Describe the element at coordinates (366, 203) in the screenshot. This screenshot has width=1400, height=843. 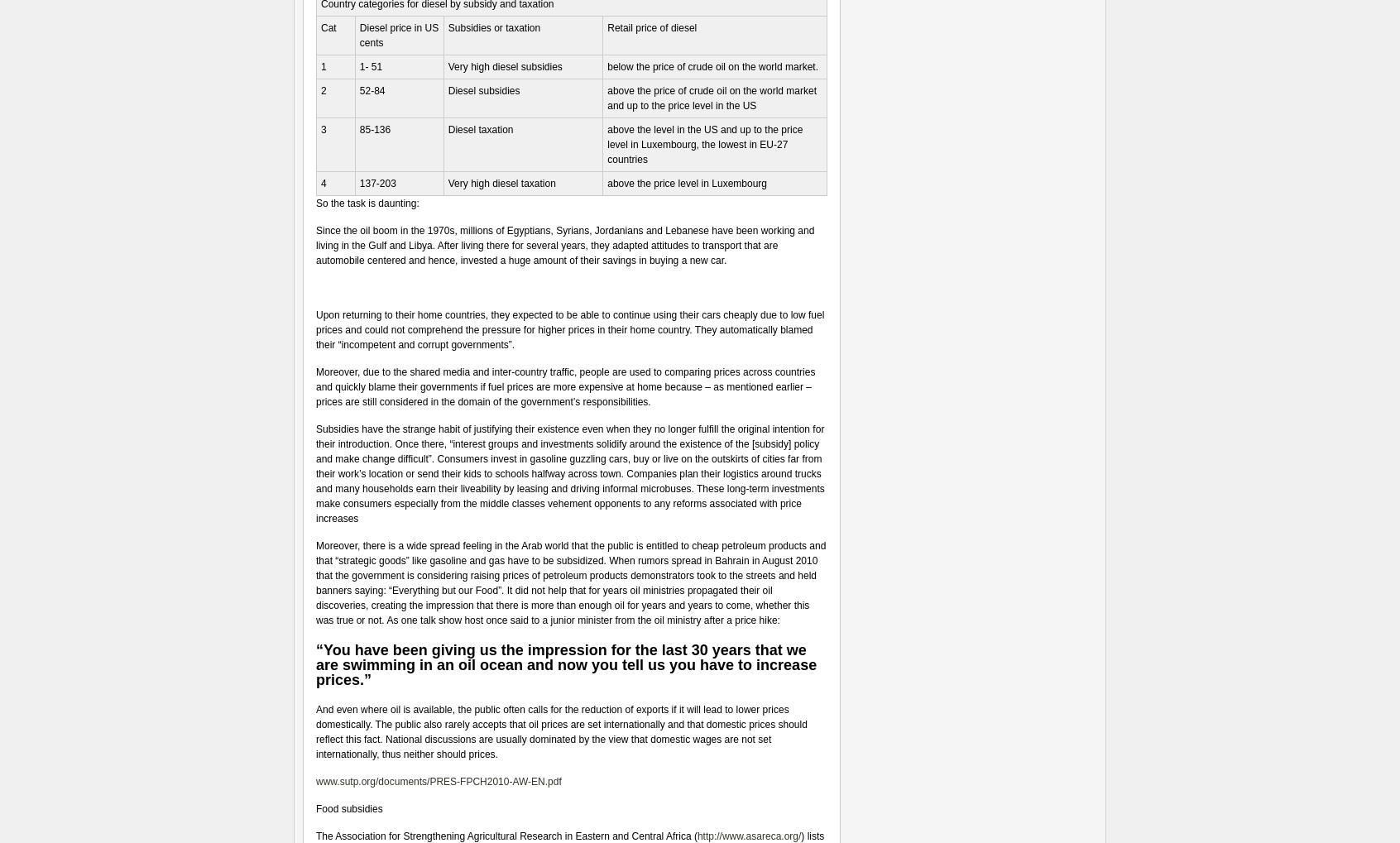
I see `'So the task is daunting:'` at that location.